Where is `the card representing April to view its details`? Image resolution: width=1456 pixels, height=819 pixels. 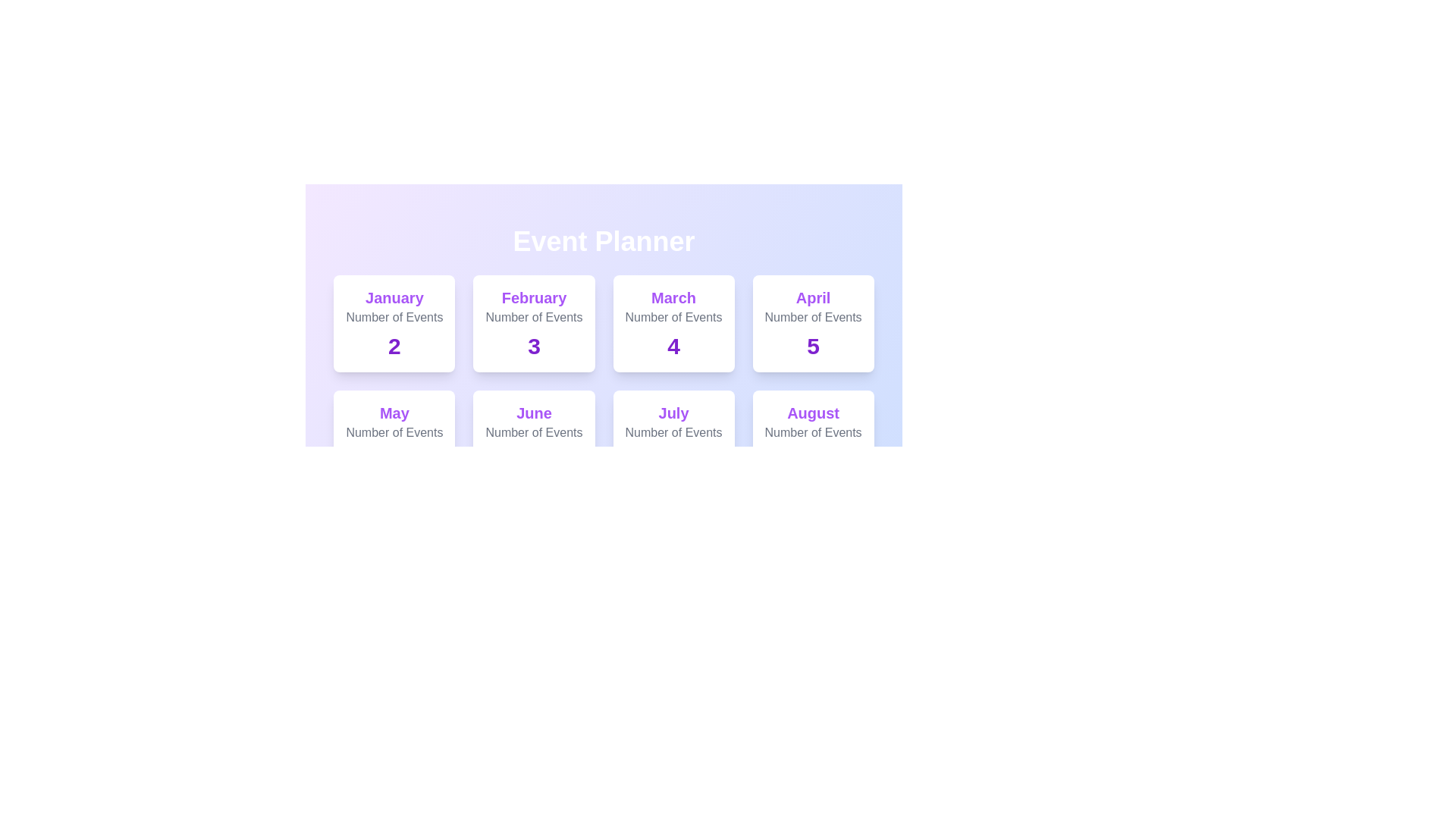 the card representing April to view its details is located at coordinates (811, 323).